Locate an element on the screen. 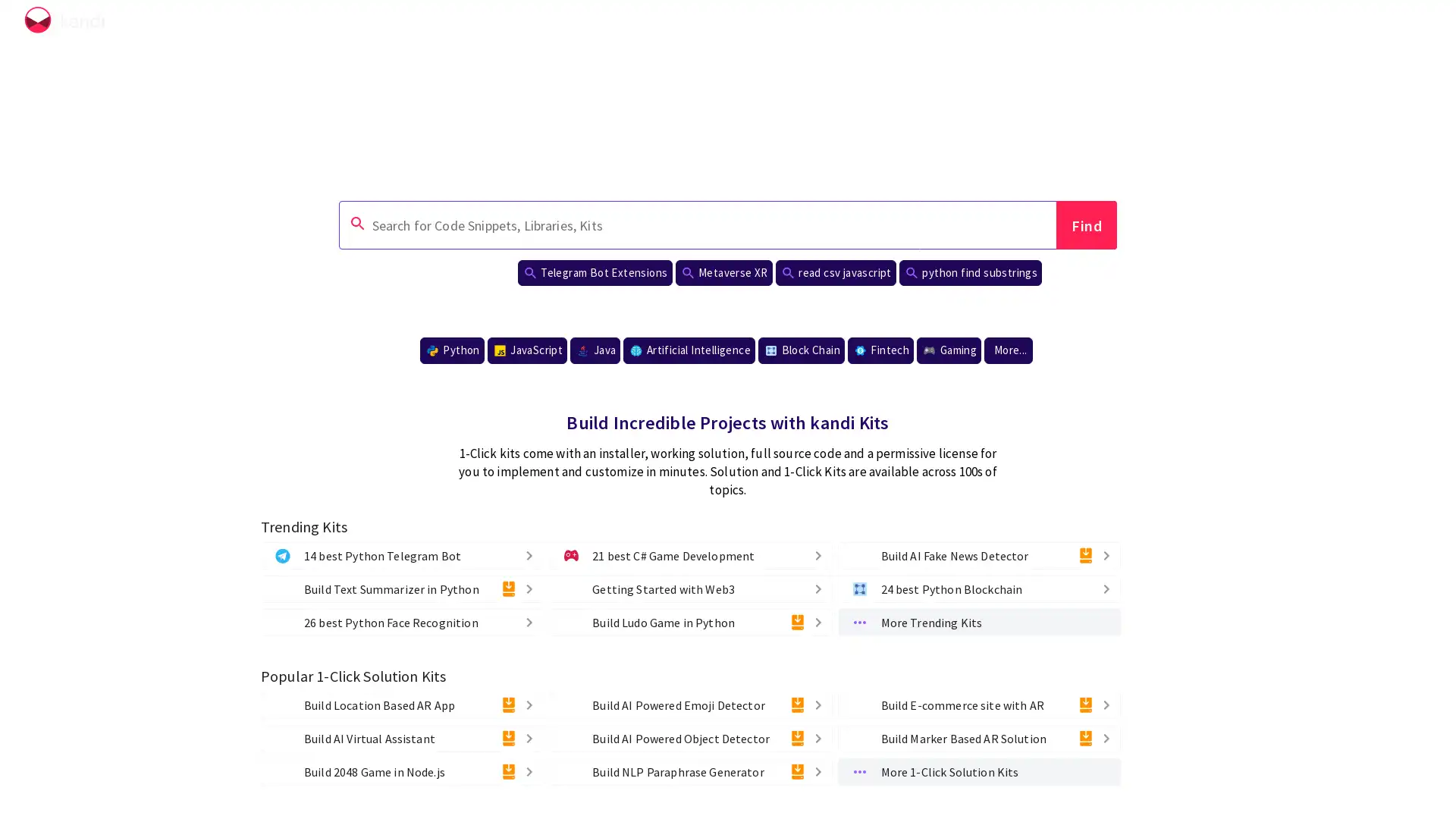 The height and width of the screenshot is (819, 1456). delete is located at coordinates (529, 587).